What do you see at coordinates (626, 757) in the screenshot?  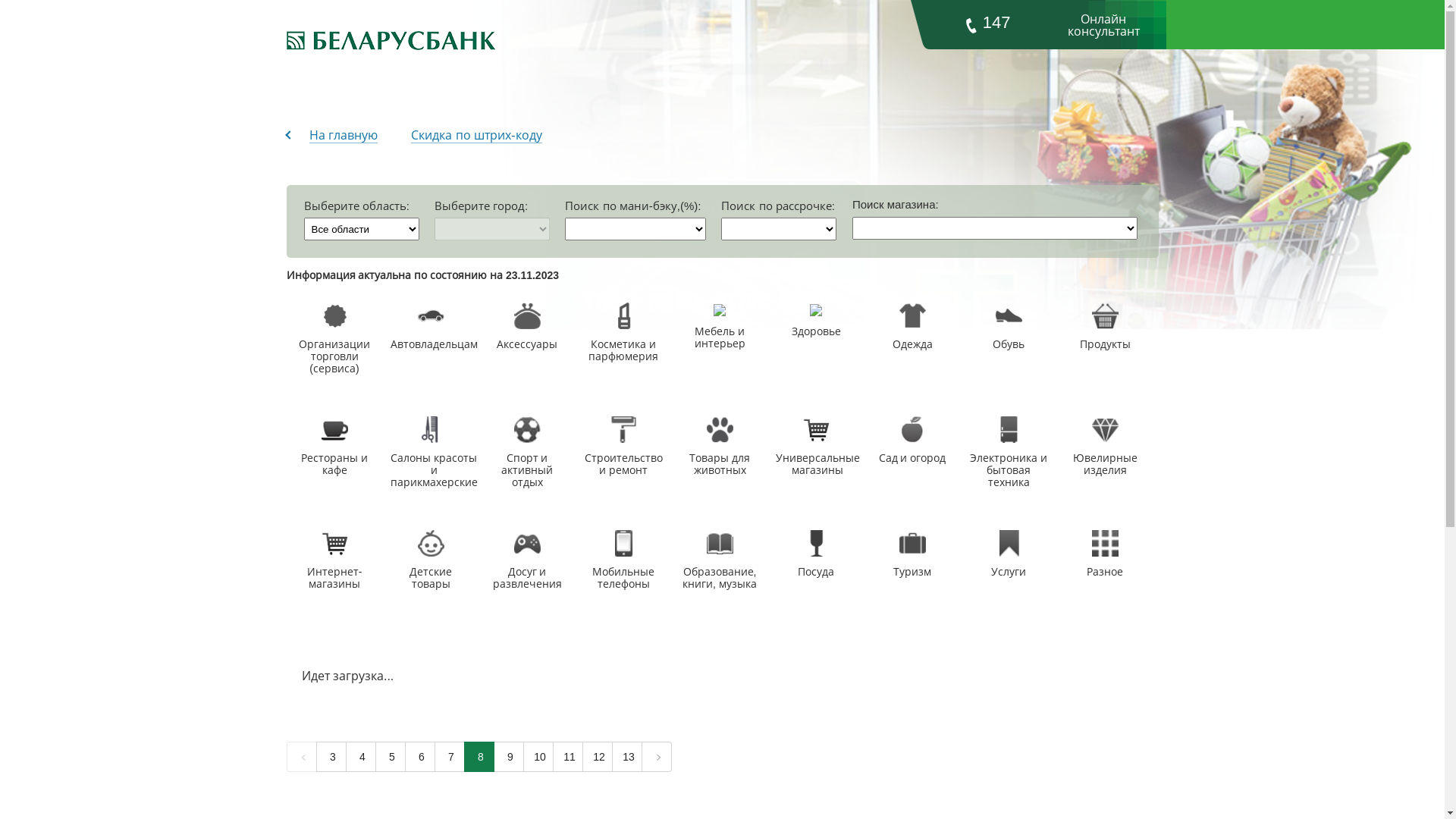 I see `'13'` at bounding box center [626, 757].